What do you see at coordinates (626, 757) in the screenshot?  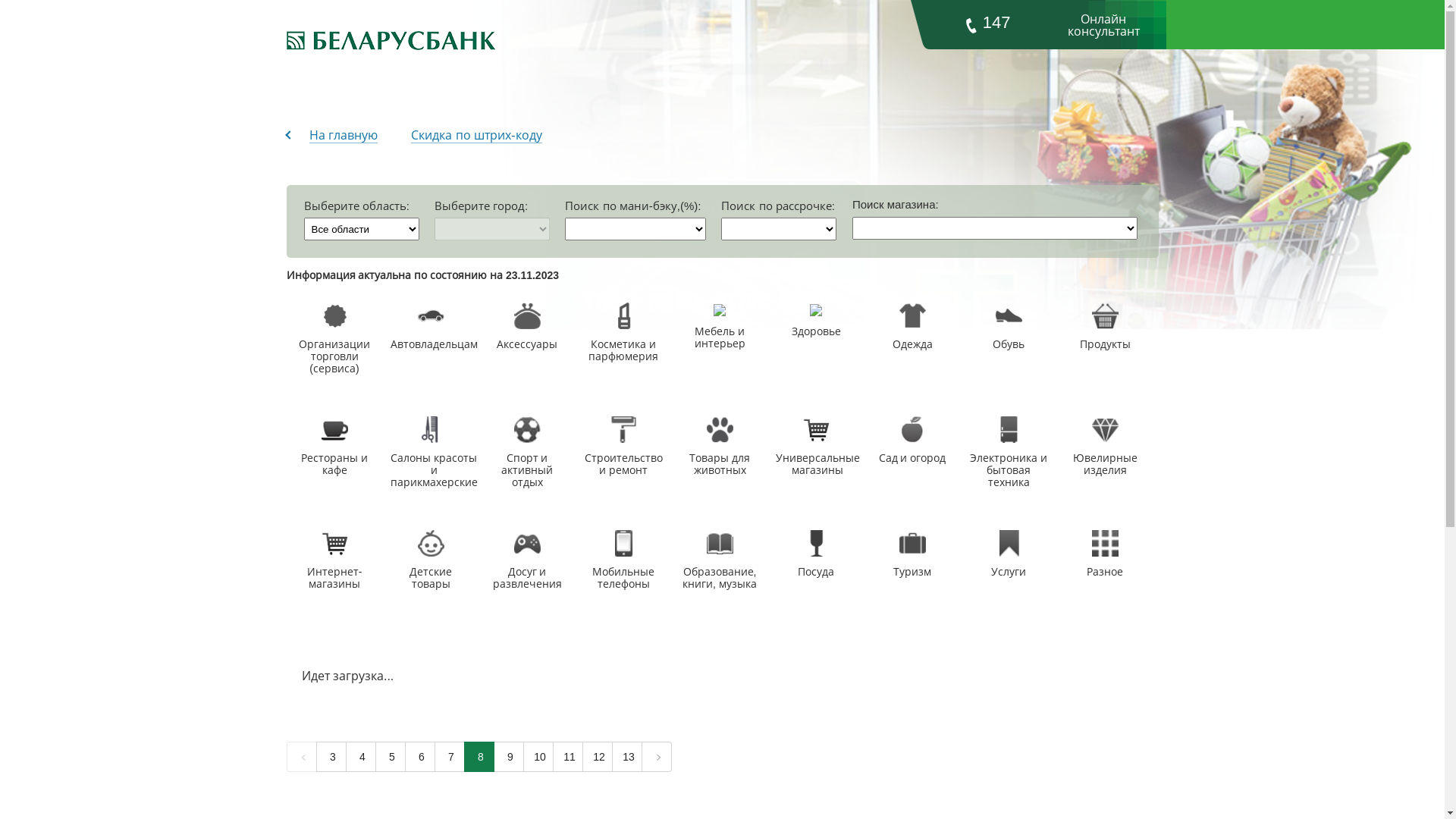 I see `'13'` at bounding box center [626, 757].